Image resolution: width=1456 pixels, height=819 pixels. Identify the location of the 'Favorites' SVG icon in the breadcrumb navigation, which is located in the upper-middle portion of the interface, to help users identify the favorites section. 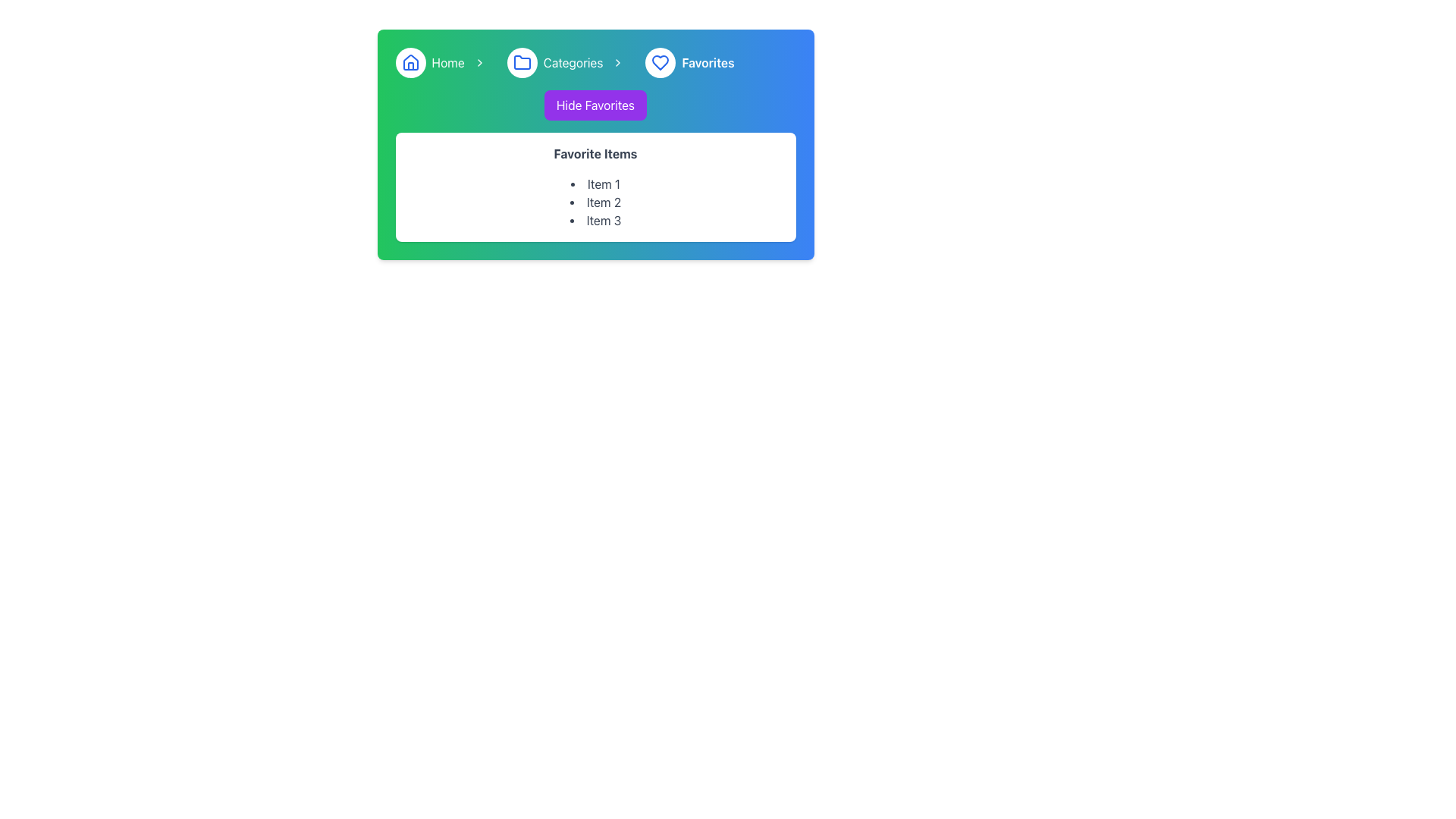
(661, 62).